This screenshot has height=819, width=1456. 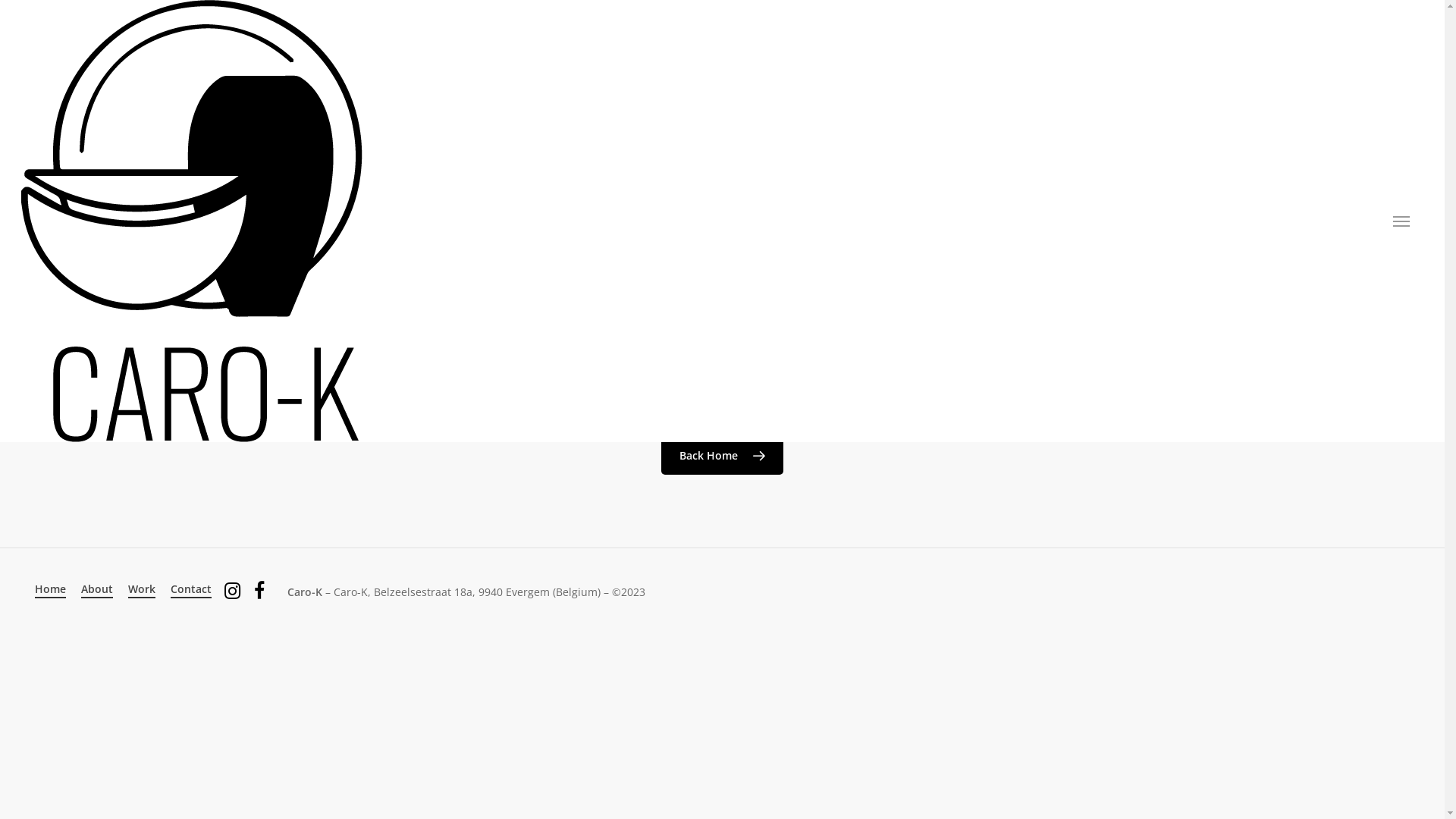 What do you see at coordinates (50, 588) in the screenshot?
I see `'Home'` at bounding box center [50, 588].